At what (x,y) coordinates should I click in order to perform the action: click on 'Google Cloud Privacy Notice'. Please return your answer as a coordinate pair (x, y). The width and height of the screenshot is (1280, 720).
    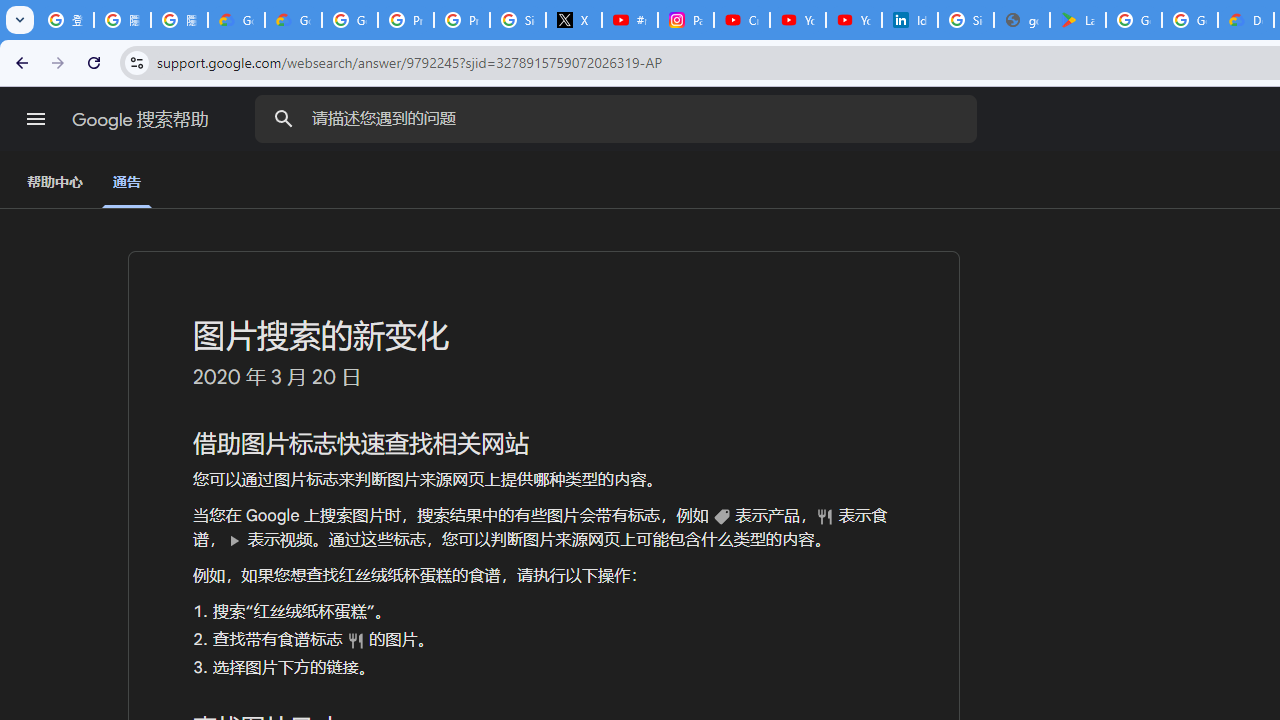
    Looking at the image, I should click on (236, 20).